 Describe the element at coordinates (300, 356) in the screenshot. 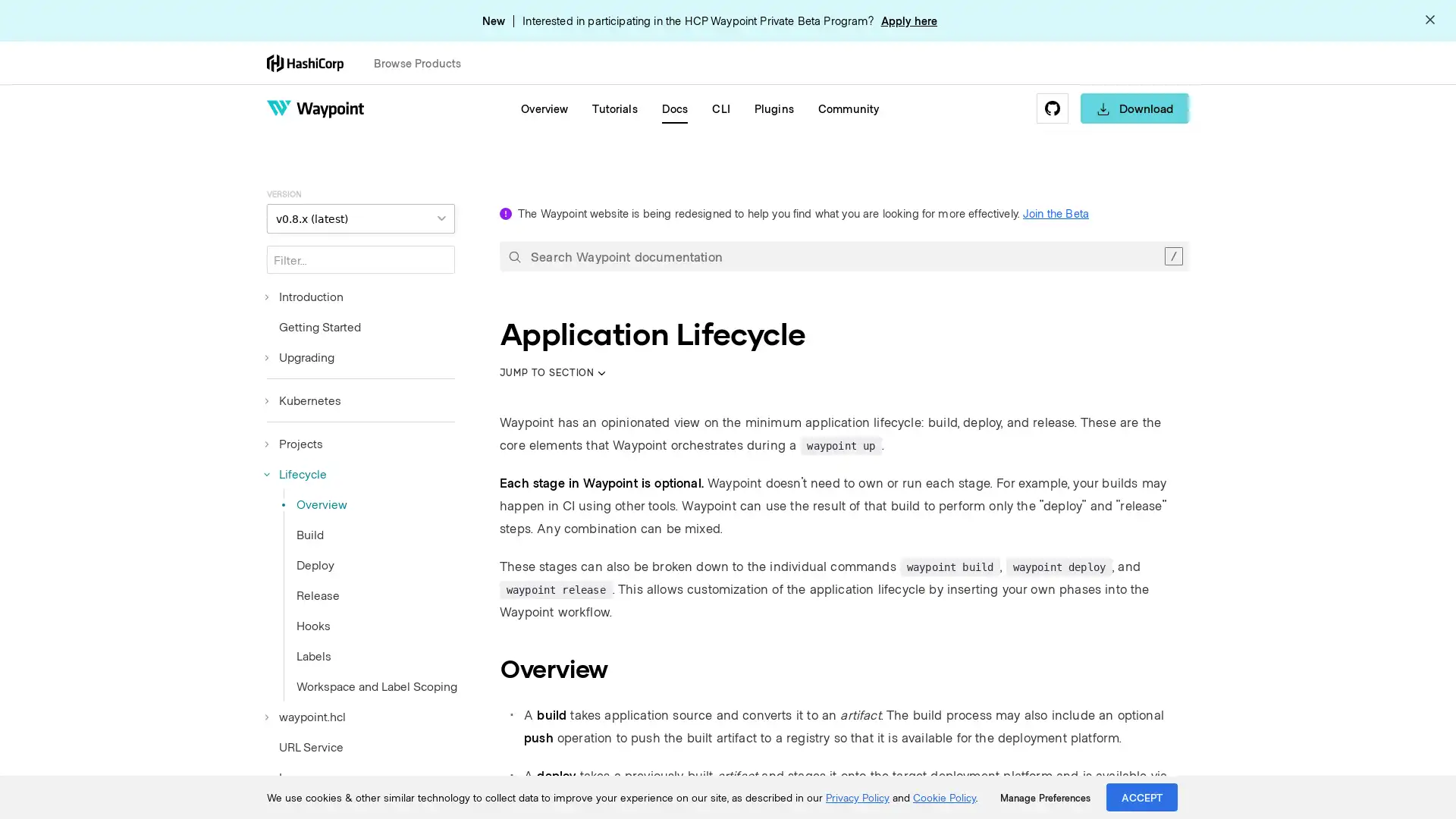

I see `Upgrading` at that location.